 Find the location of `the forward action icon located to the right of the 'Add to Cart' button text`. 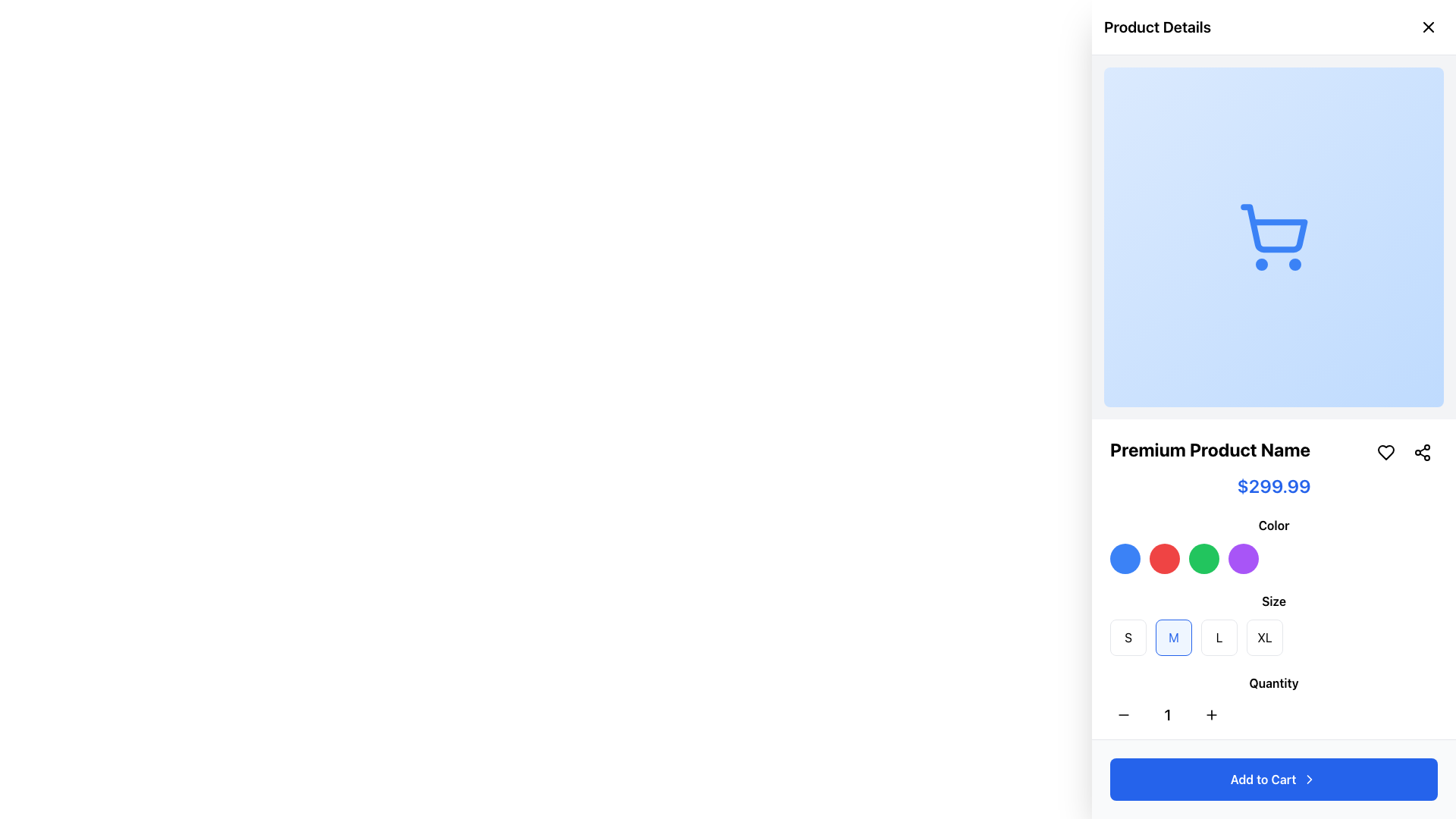

the forward action icon located to the right of the 'Add to Cart' button text is located at coordinates (1309, 780).